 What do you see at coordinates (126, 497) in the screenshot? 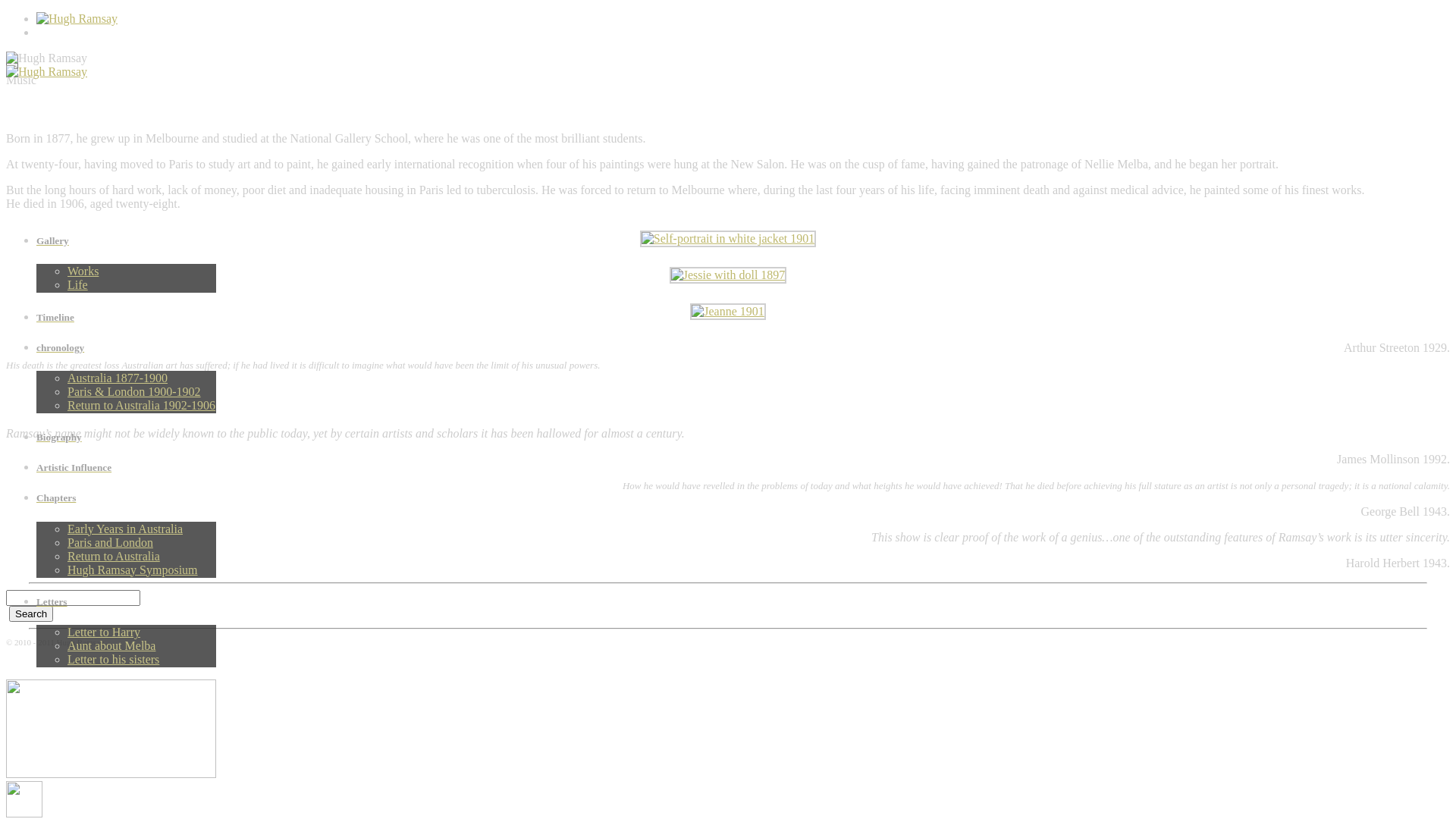
I see `'Chapters'` at bounding box center [126, 497].